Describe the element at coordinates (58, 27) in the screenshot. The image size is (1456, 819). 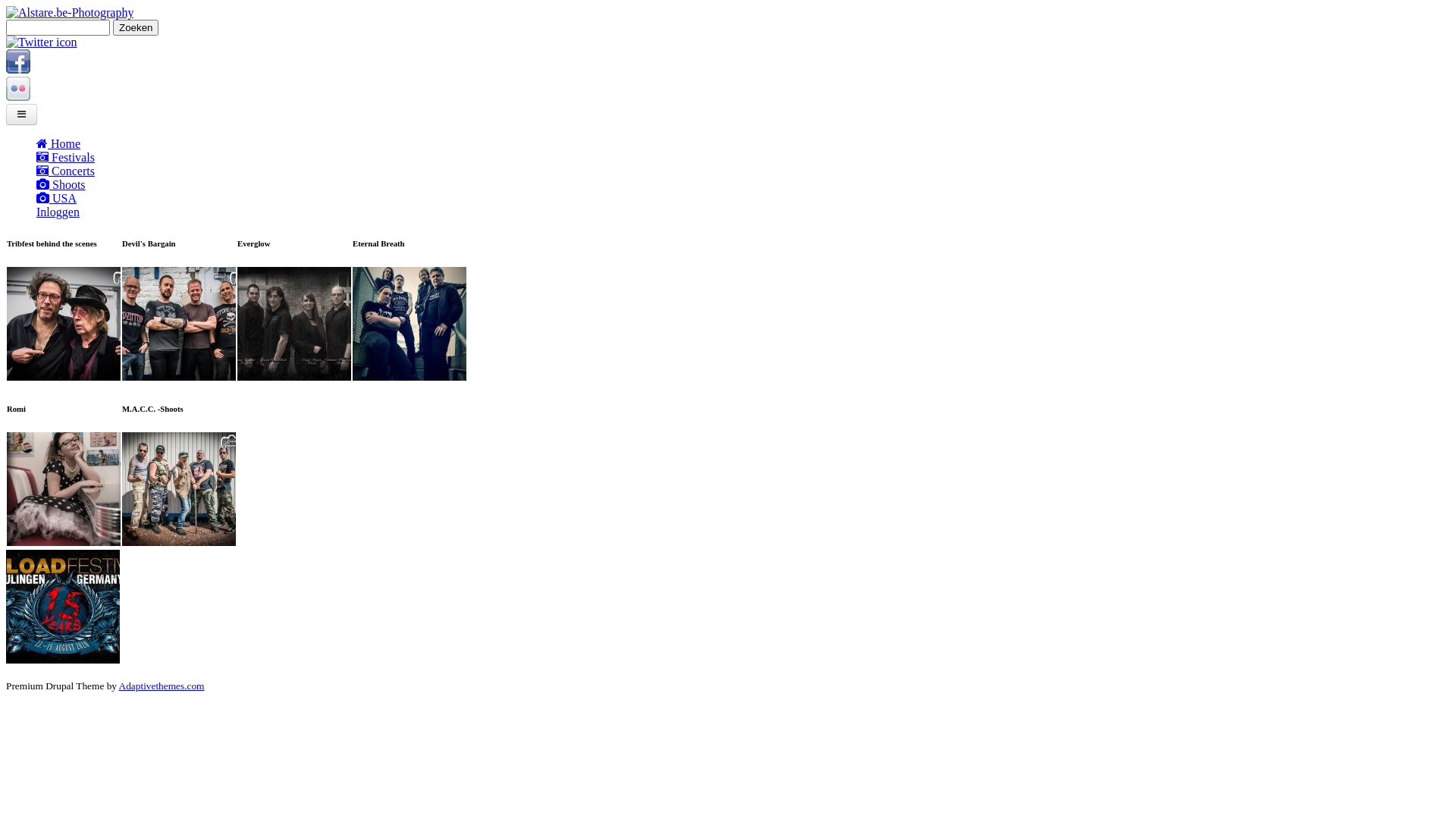
I see `'Geef de woorden op waarnaar u wilt zoeken.'` at that location.